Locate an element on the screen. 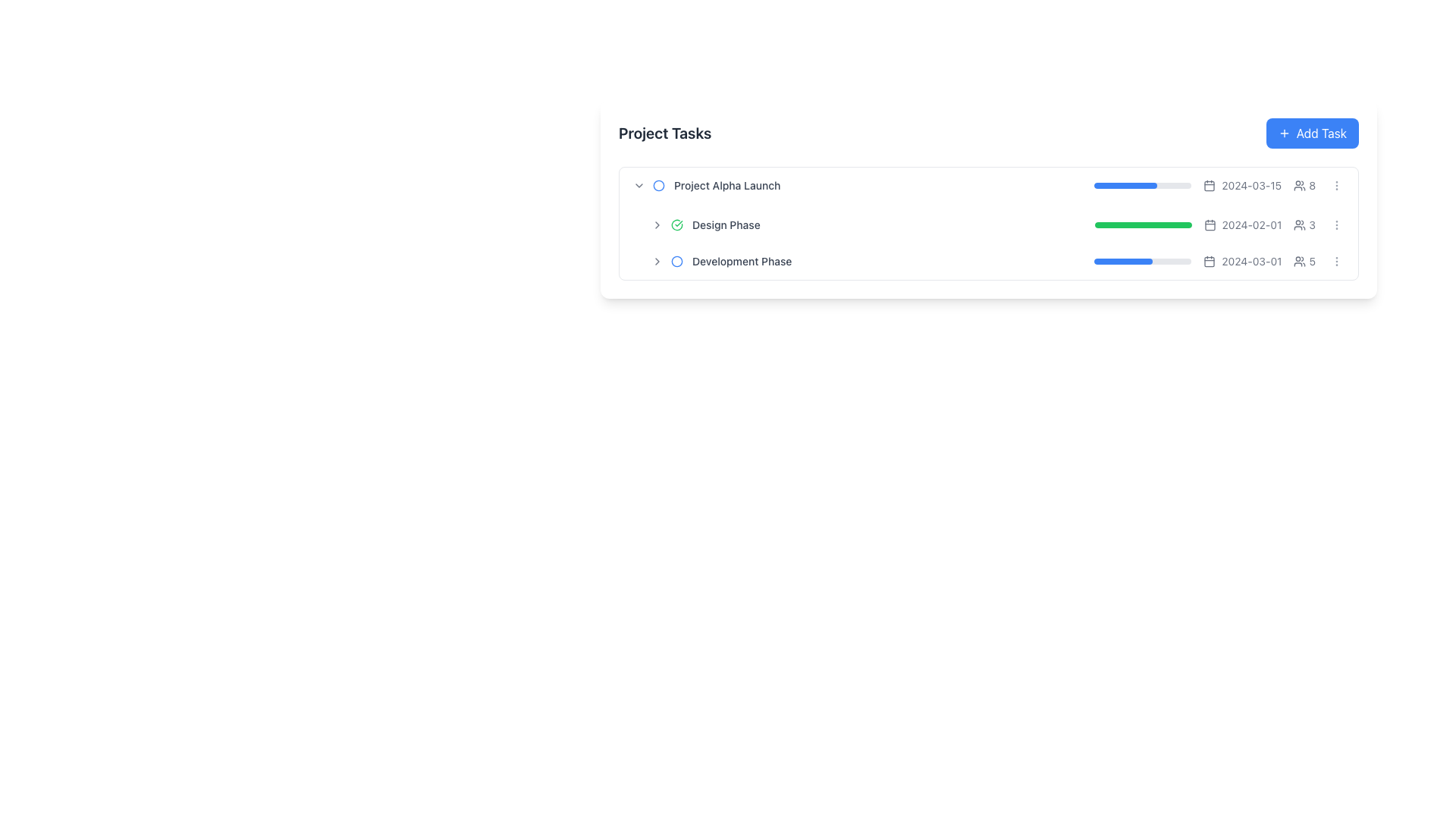  progress level is located at coordinates (1146, 225).